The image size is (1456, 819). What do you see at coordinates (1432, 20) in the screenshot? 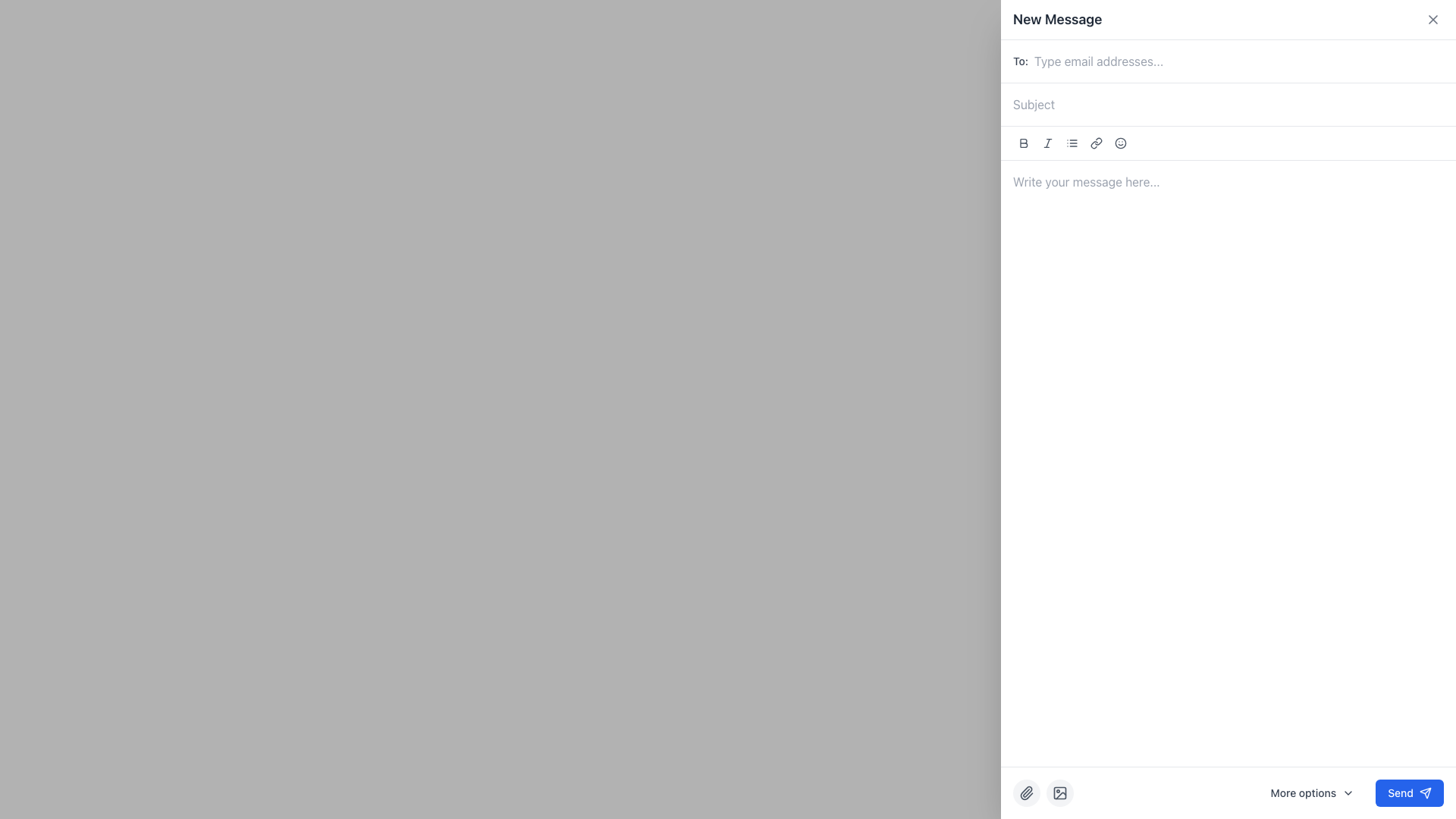
I see `the close icon button located at the top-right corner of the email composer interface` at bounding box center [1432, 20].